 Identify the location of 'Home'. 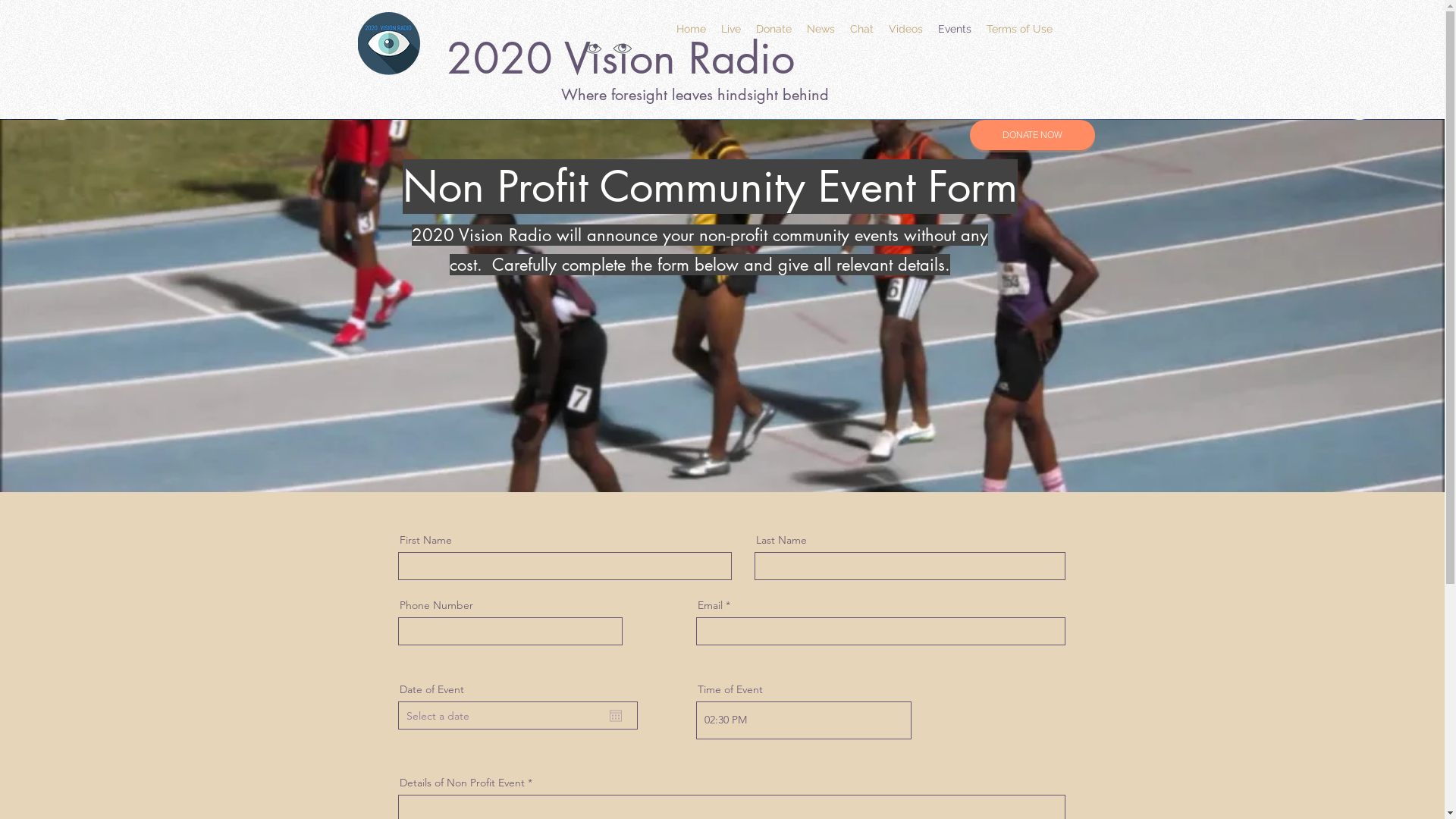
(690, 29).